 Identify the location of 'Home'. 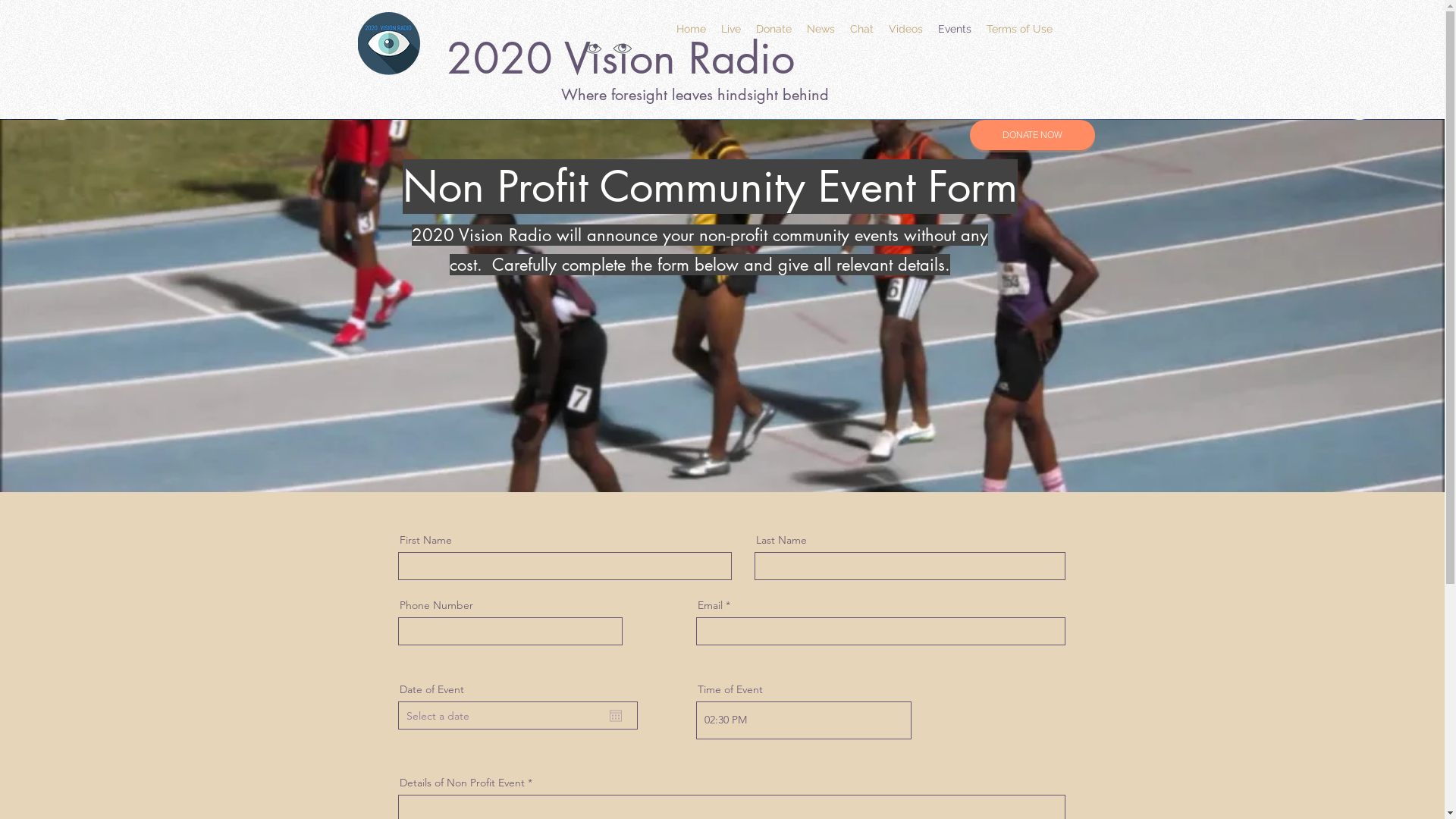
(690, 29).